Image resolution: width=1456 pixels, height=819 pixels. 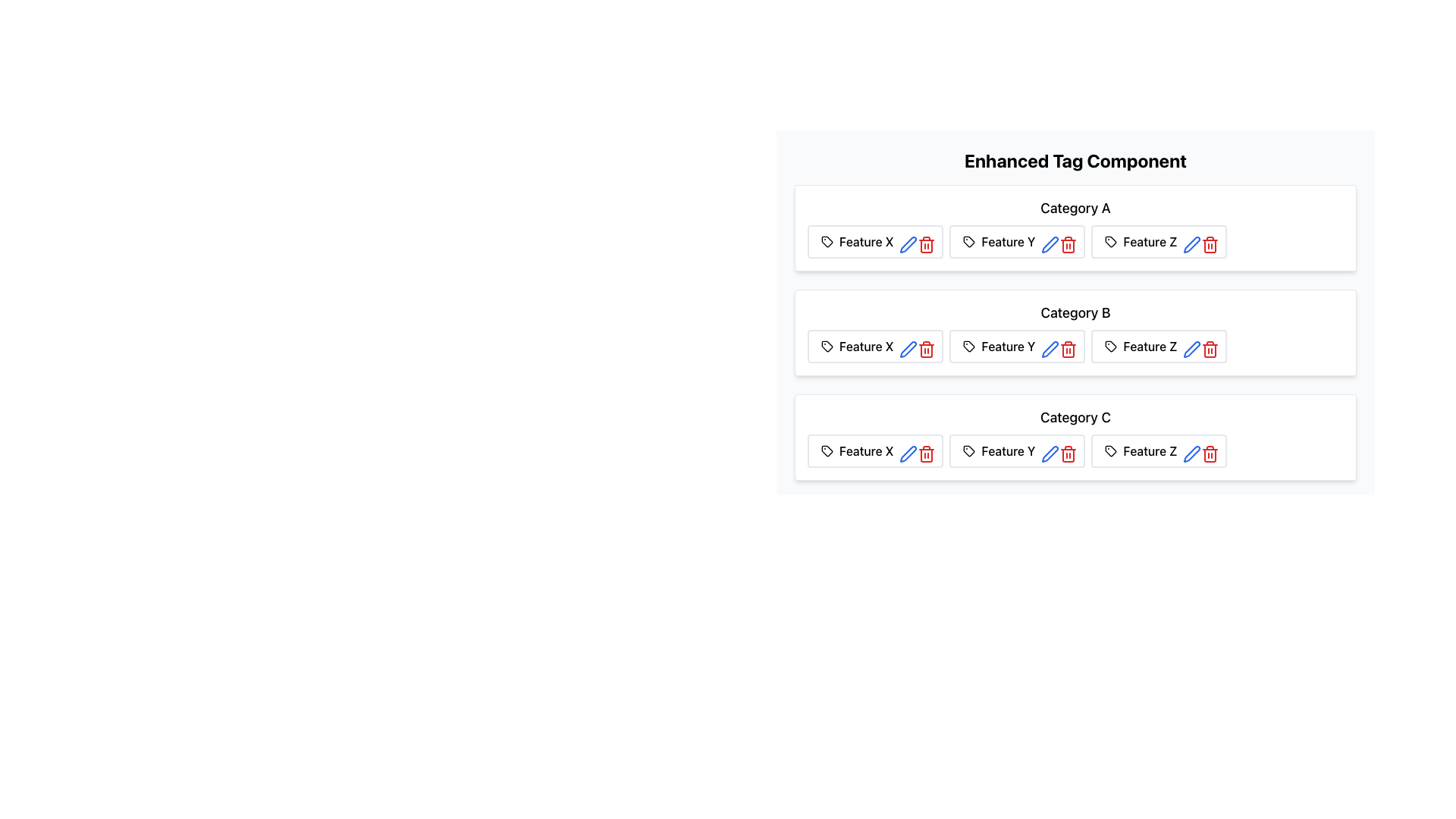 What do you see at coordinates (1191, 244) in the screenshot?
I see `the blue pen-shaped icon used as the editing tool for 'Feature Z' in the 'Category A' section of the 'Enhanced Tag Component' layout` at bounding box center [1191, 244].